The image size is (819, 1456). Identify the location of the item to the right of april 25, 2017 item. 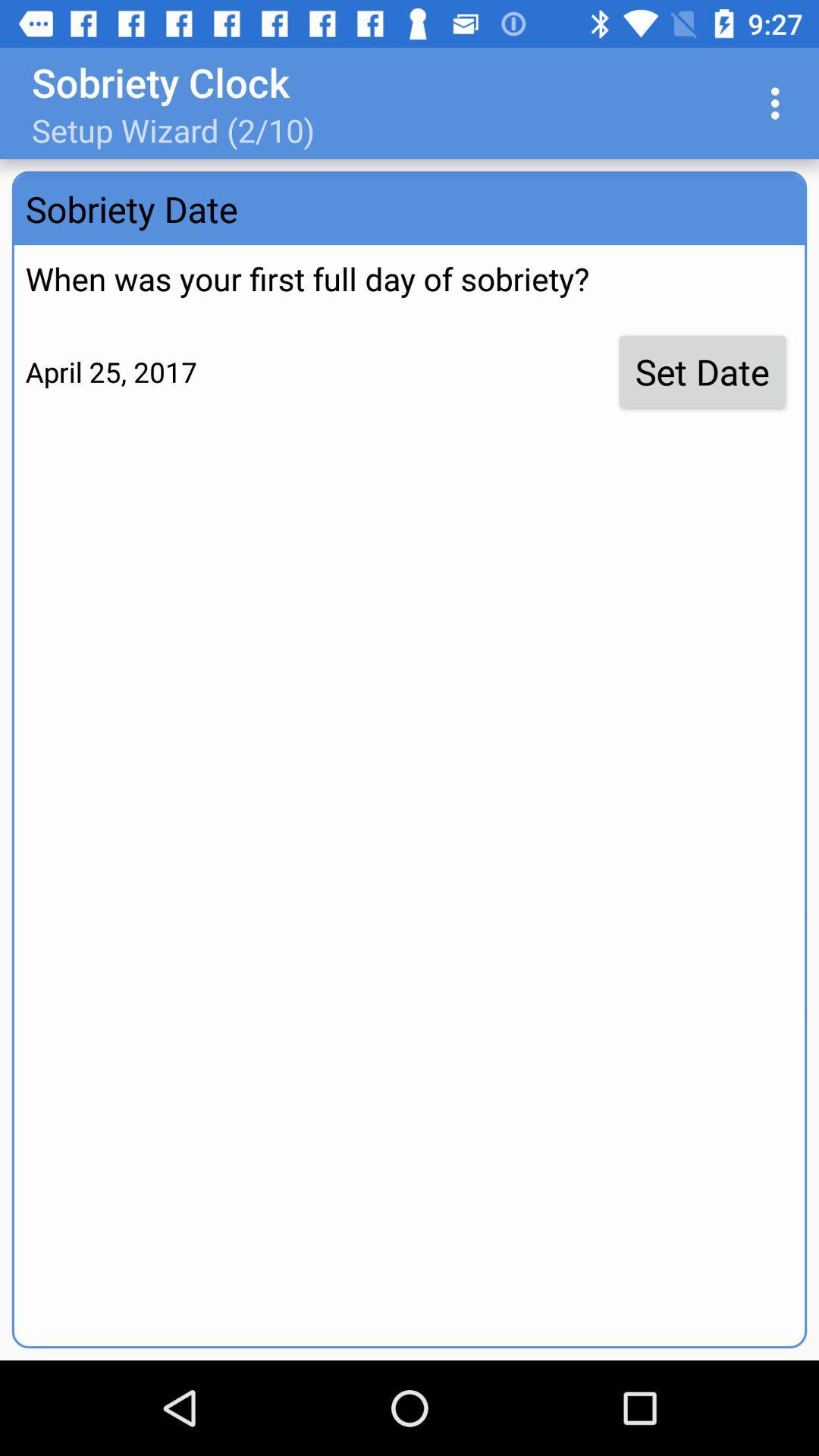
(702, 372).